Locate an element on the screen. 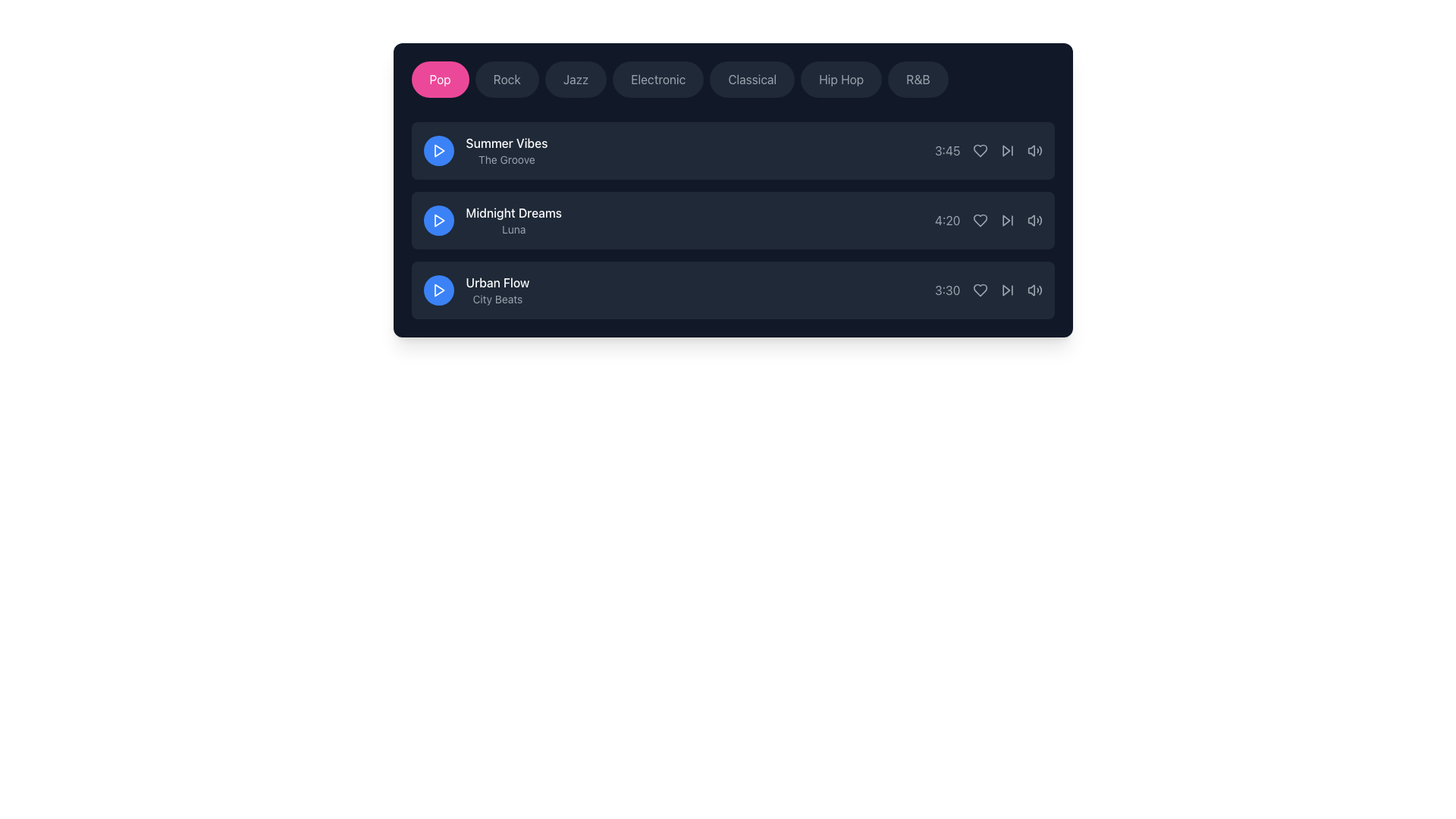 This screenshot has width=1456, height=819. the compact play icon button, which is a triangular shape pointing to the right, located adjacent to the song title 'Summer Vibes - The Groove' is located at coordinates (438, 151).